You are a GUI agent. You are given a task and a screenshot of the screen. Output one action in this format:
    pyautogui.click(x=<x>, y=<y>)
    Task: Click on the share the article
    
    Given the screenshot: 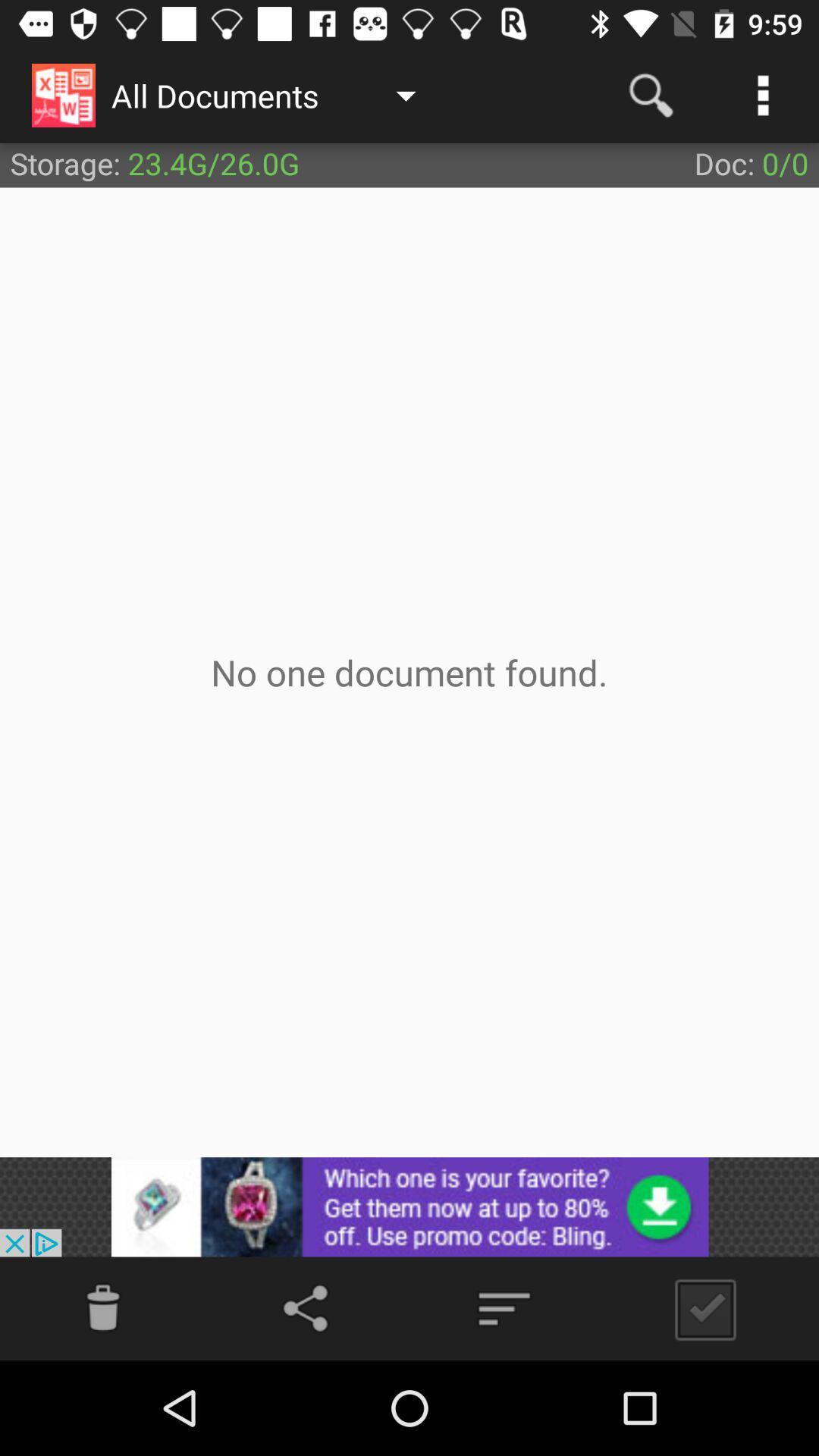 What is the action you would take?
    pyautogui.click(x=308, y=1307)
    